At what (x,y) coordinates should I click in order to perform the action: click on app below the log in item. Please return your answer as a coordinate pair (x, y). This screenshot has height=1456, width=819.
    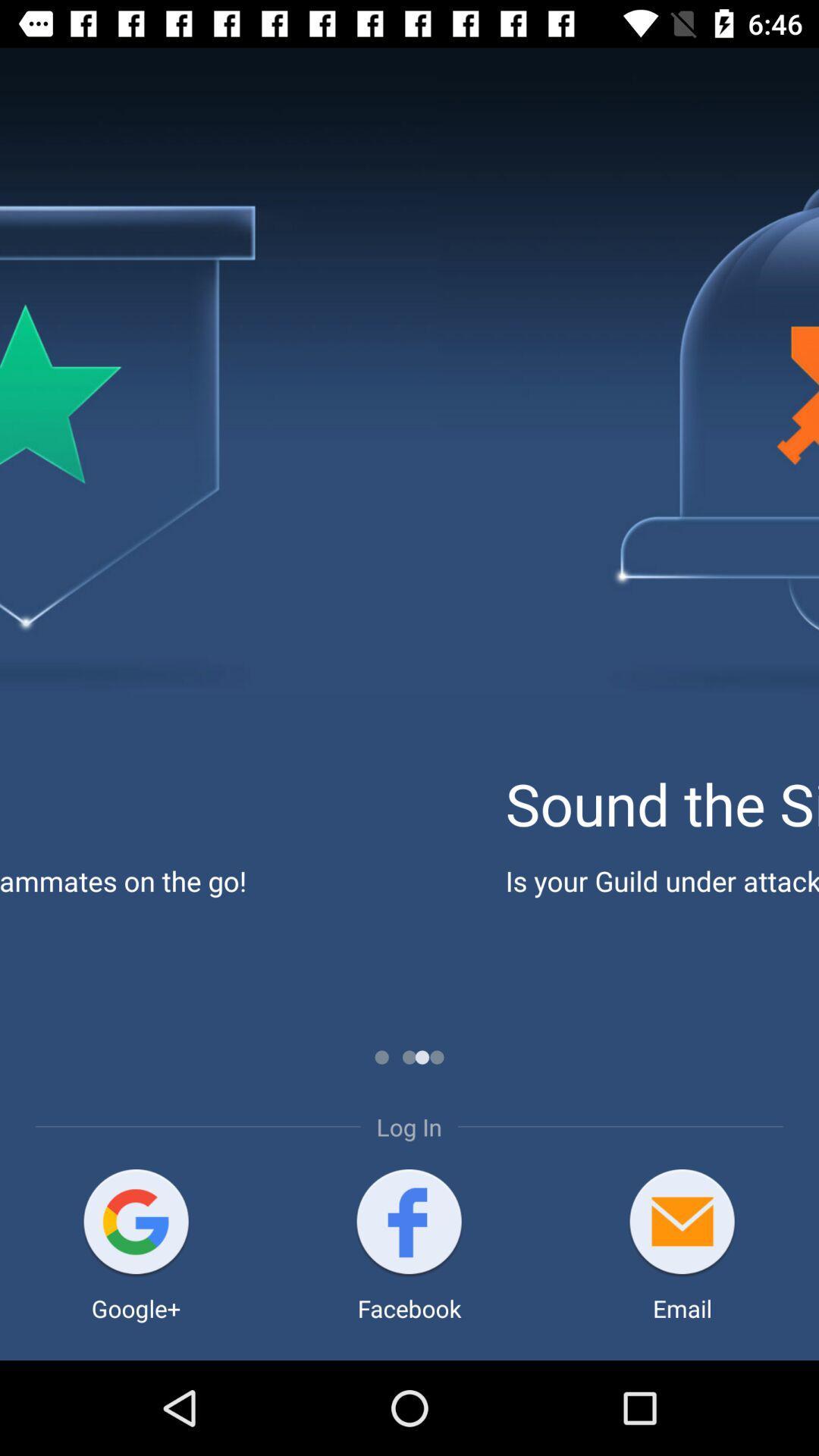
    Looking at the image, I should click on (408, 1223).